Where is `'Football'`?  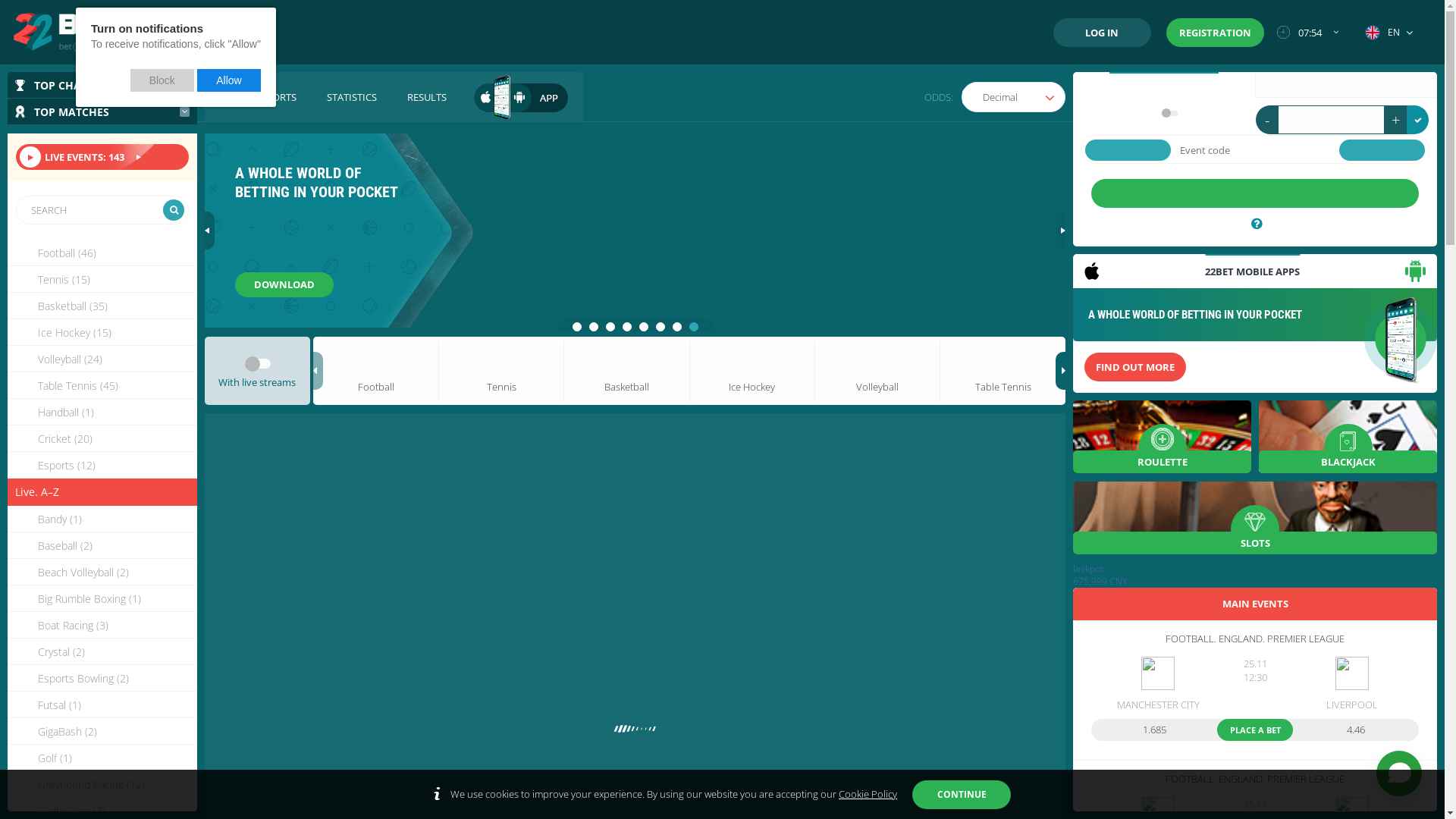
'Football' is located at coordinates (375, 371).